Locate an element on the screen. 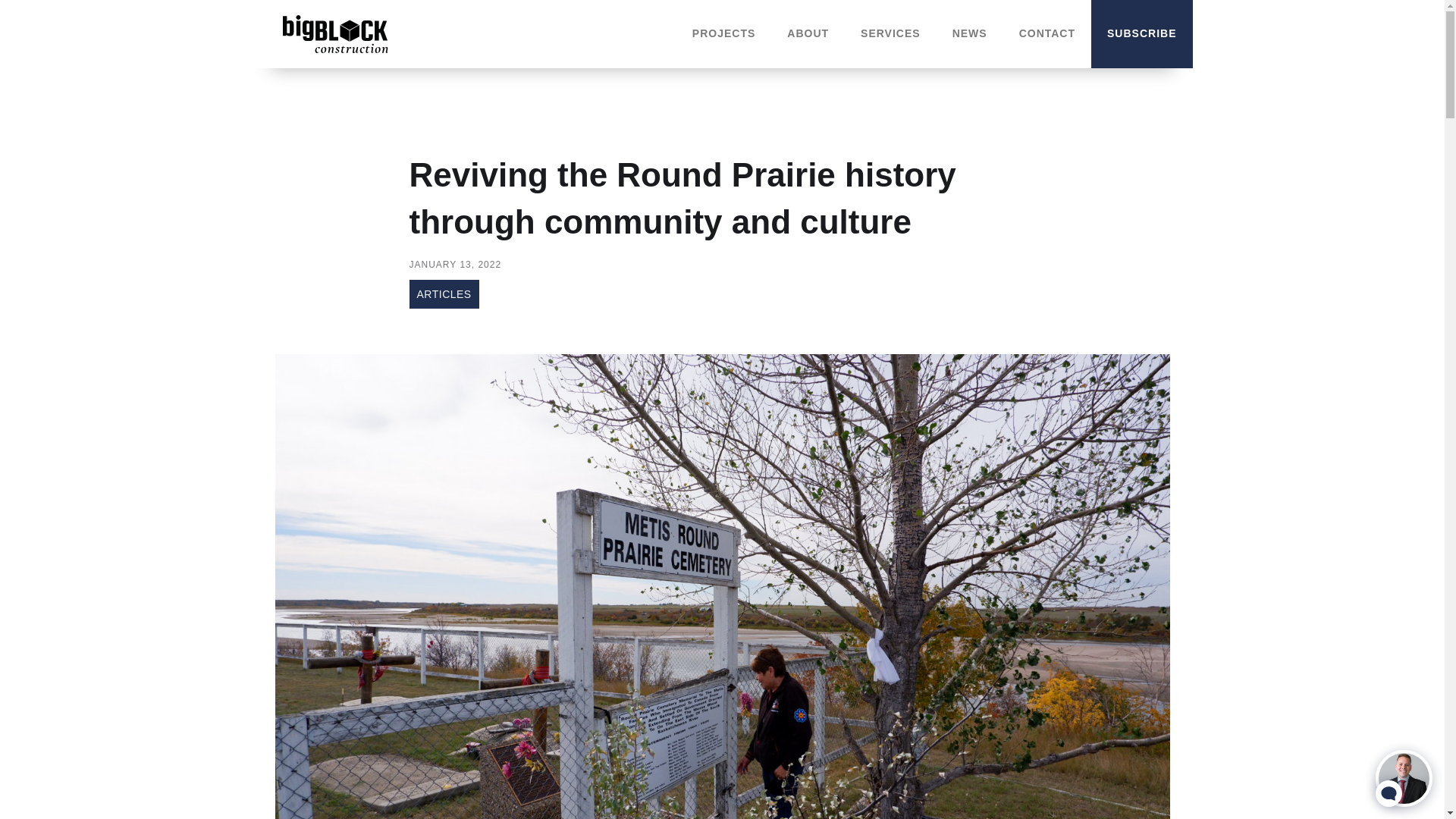 The width and height of the screenshot is (1456, 819). 'ARTICLES' is located at coordinates (443, 294).